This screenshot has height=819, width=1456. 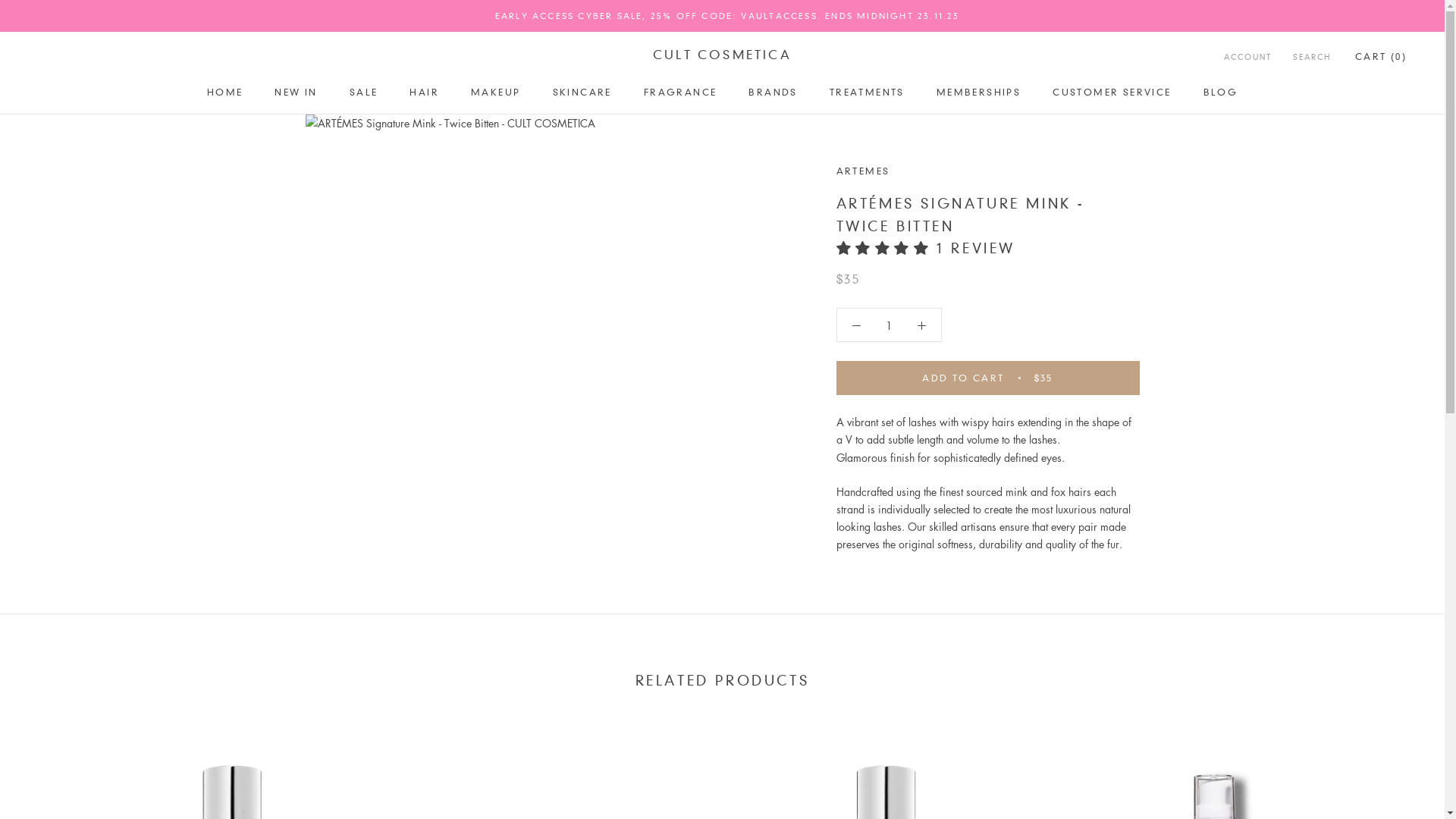 I want to click on 'SEARCH', so click(x=1310, y=57).